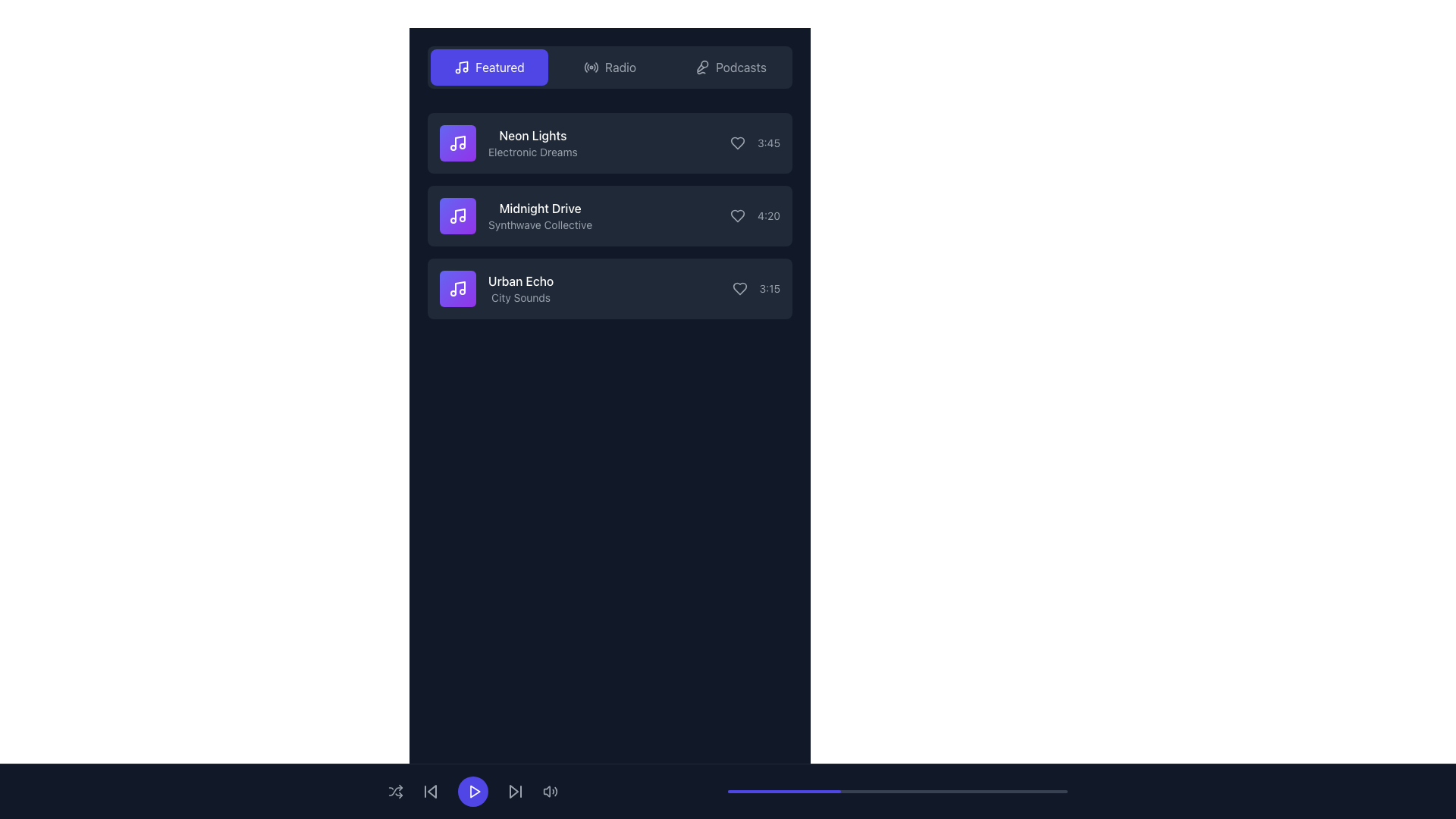 Image resolution: width=1456 pixels, height=819 pixels. I want to click on the third list item entry representing a music track, so click(496, 289).